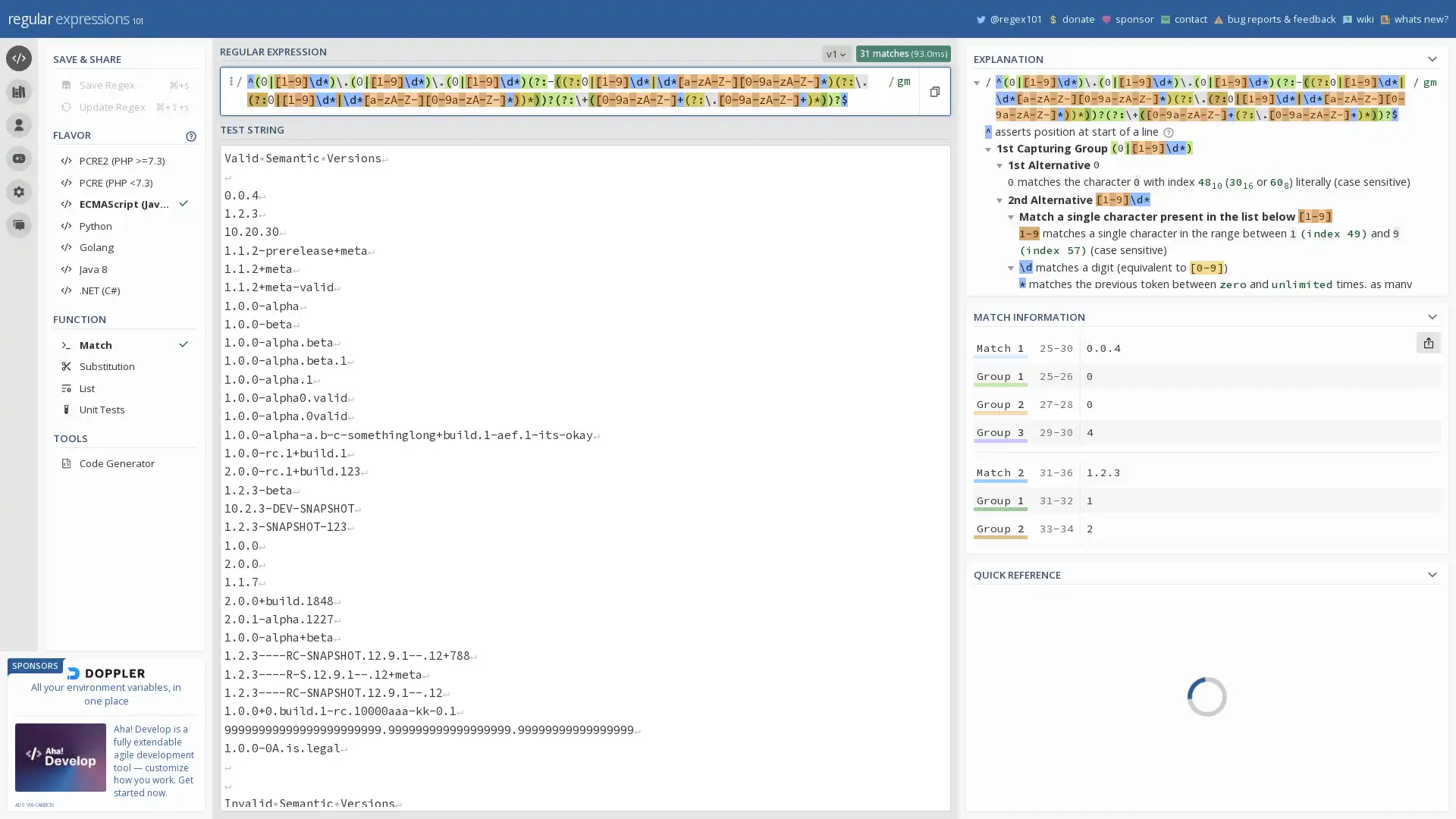 The height and width of the screenshot is (819, 1456). What do you see at coordinates (1000, 432) in the screenshot?
I see `Group 3` at bounding box center [1000, 432].